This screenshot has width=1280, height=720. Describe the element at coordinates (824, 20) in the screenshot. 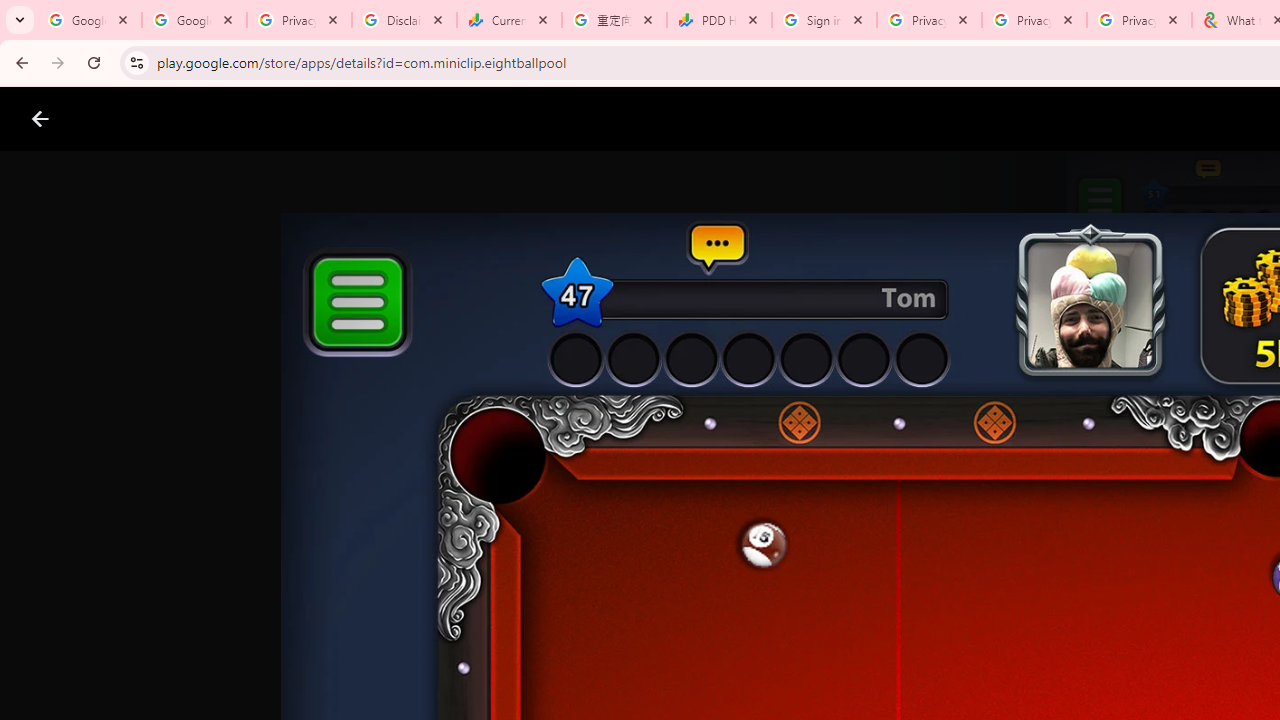

I see `'Sign in - Google Accounts'` at that location.